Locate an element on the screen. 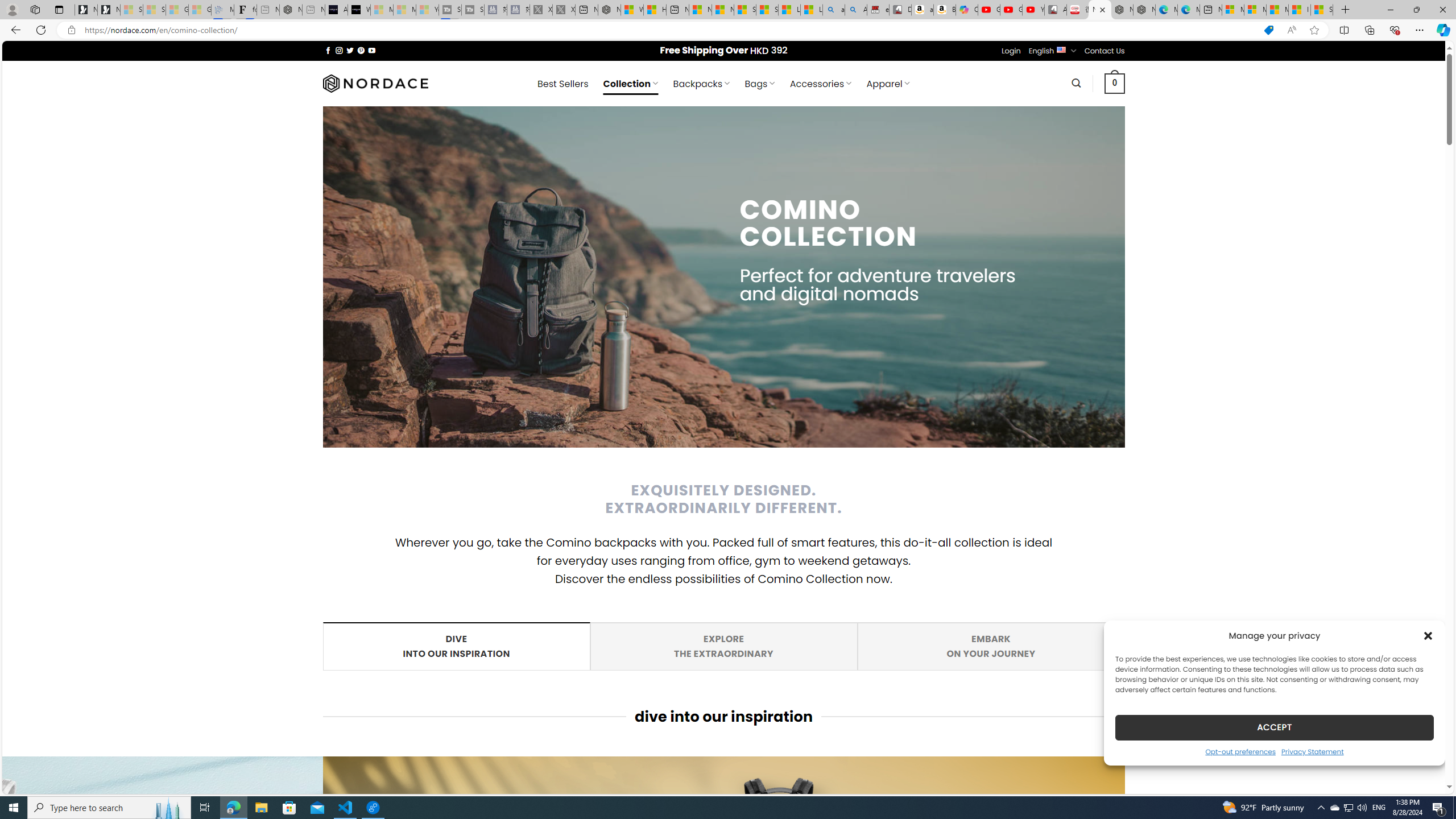  '  Best Sellers' is located at coordinates (562, 83).